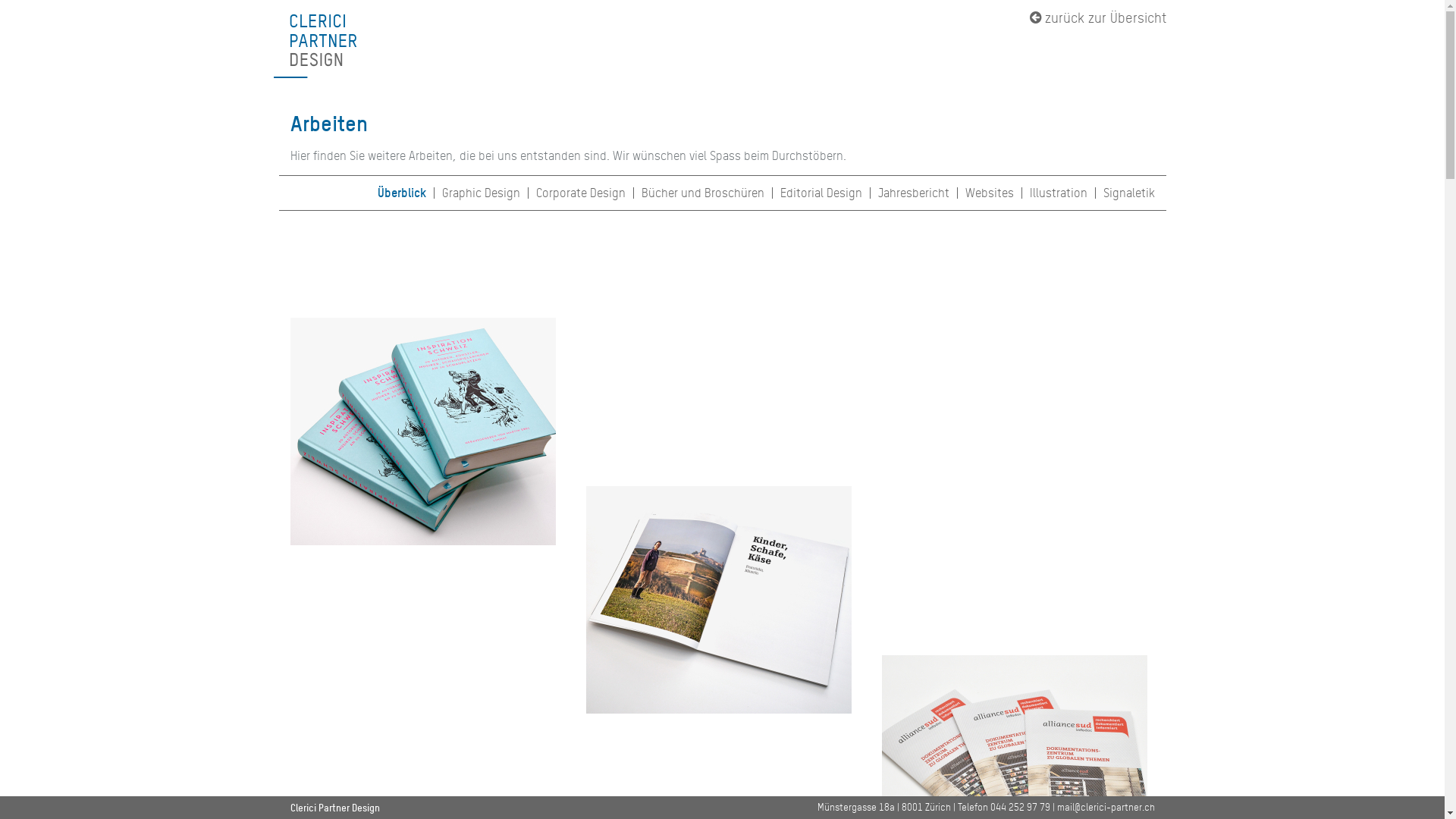 The width and height of the screenshot is (1456, 819). What do you see at coordinates (1106, 806) in the screenshot?
I see `'mail@clerici-partner.ch'` at bounding box center [1106, 806].